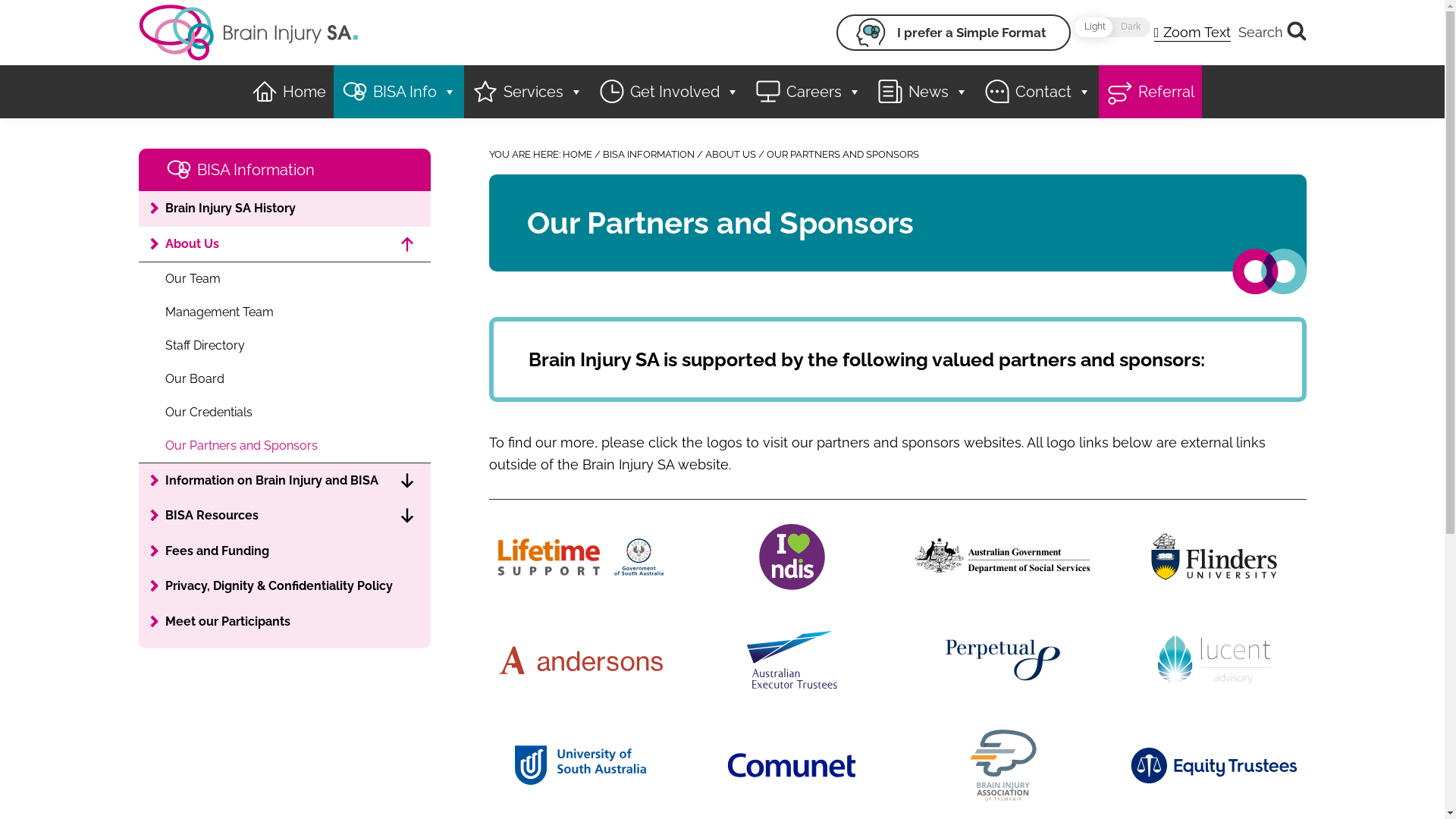 This screenshot has height=819, width=1456. What do you see at coordinates (527, 91) in the screenshot?
I see `'Services'` at bounding box center [527, 91].